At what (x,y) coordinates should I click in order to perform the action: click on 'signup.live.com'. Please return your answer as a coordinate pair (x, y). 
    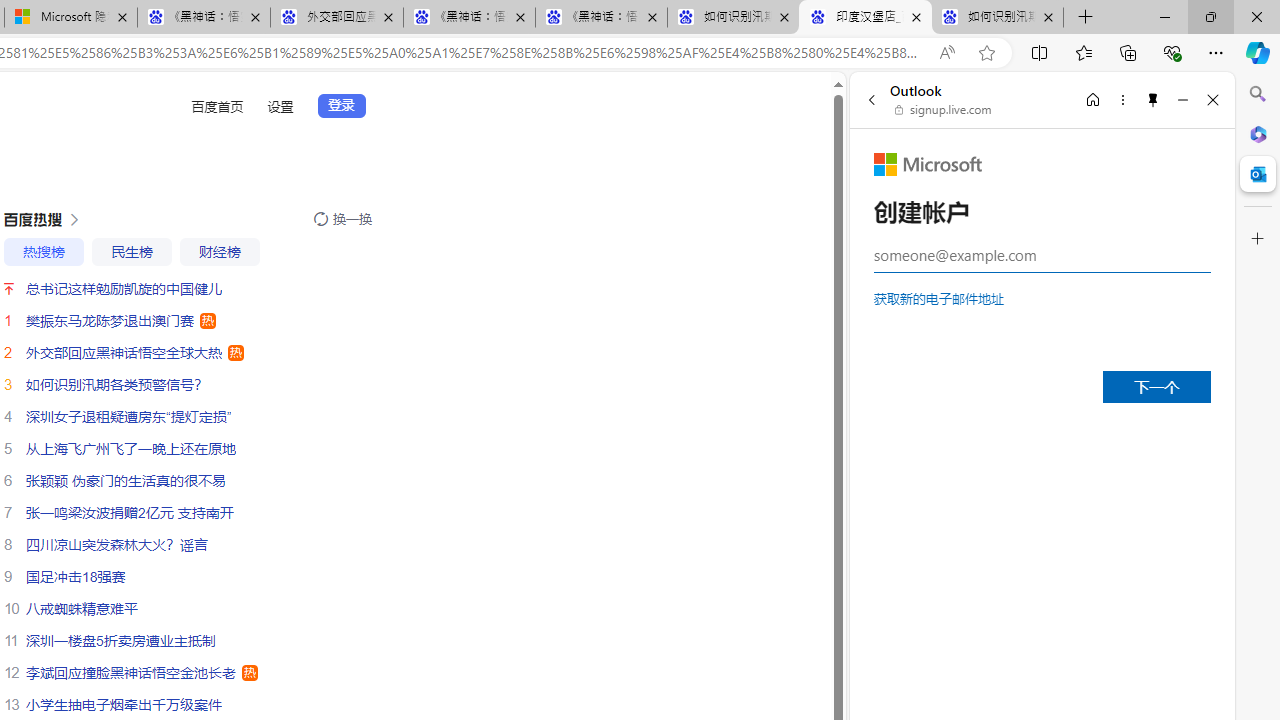
    Looking at the image, I should click on (943, 110).